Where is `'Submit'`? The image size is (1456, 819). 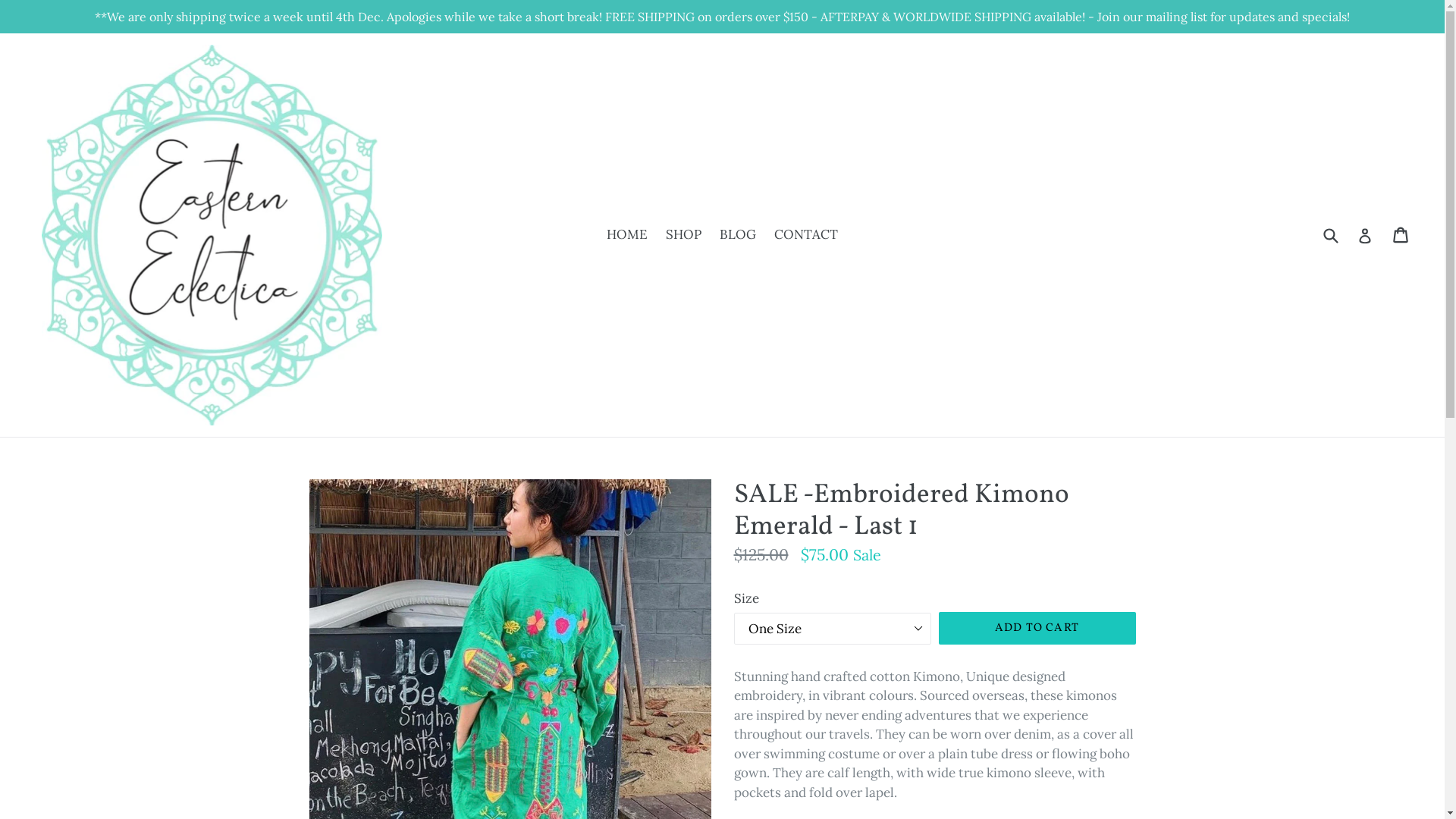
'Submit' is located at coordinates (1329, 234).